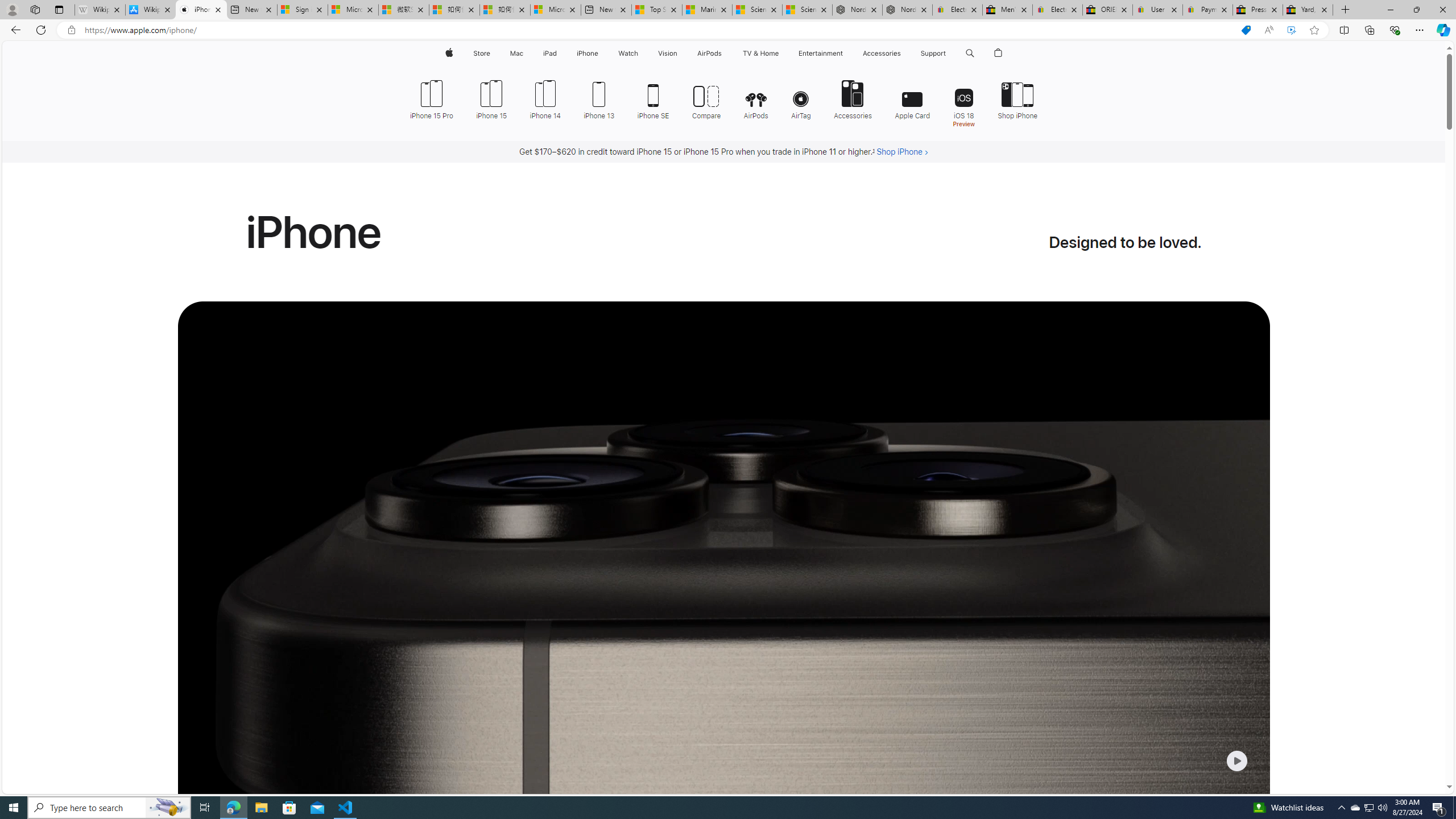  Describe the element at coordinates (598, 98) in the screenshot. I see `'iPhone 13'` at that location.